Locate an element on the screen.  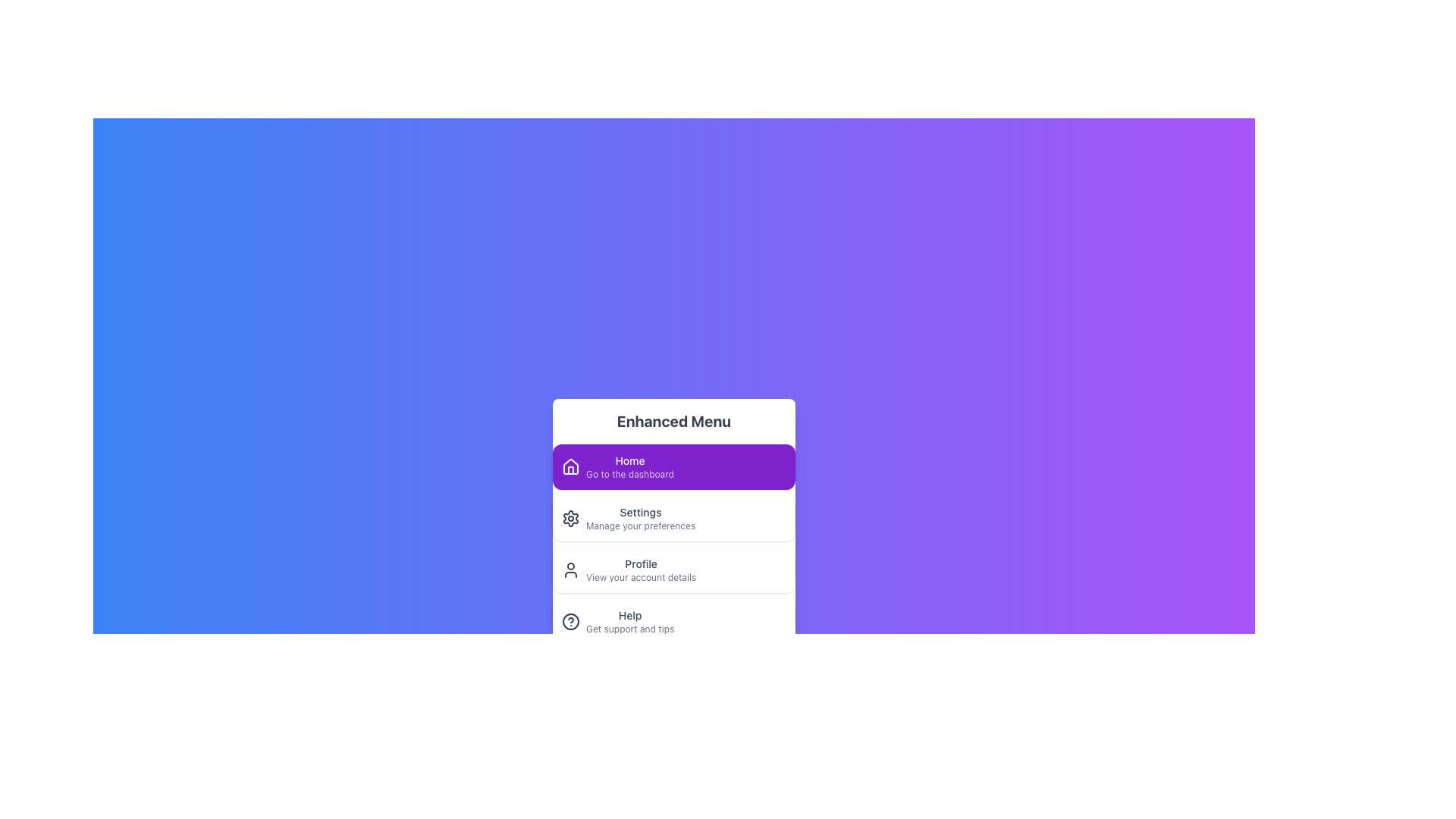
the Text Label that displays 'Go to the dashboard', which is positioned below the 'Home' option in the menu list is located at coordinates (629, 473).